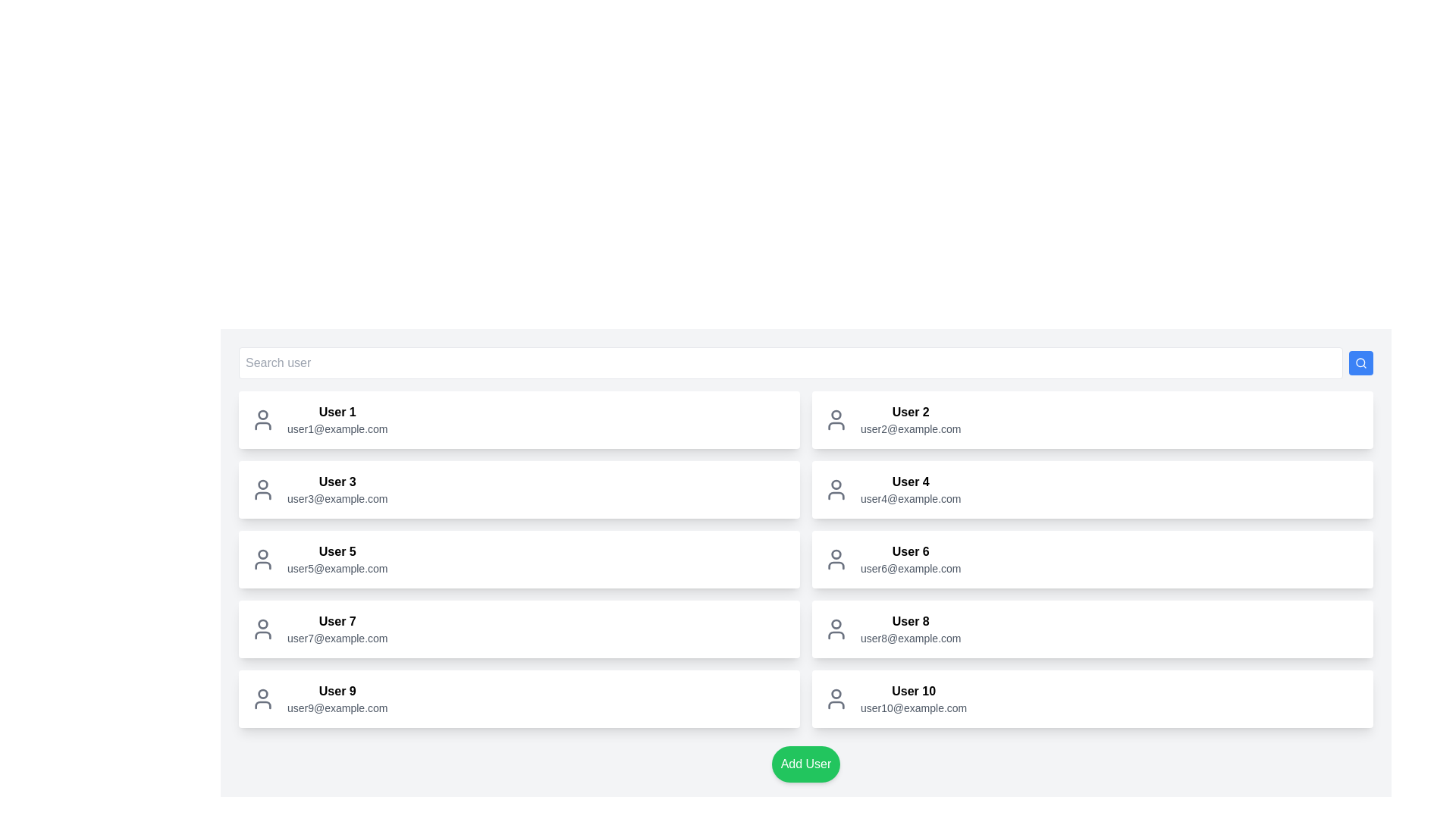 The width and height of the screenshot is (1456, 819). I want to click on the decorative circular graphical element integrated within the user icon for 'User 2' located in the right-hand column of the list, so click(836, 415).